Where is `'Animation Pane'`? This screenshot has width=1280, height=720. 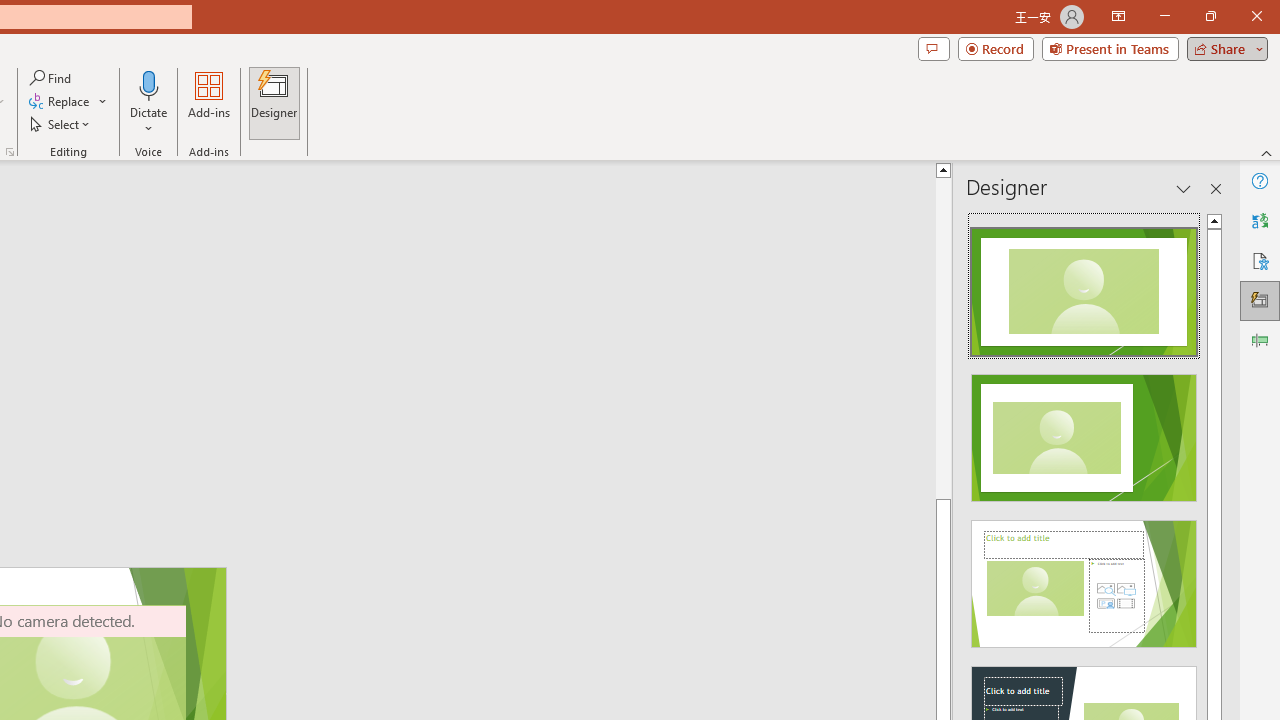
'Animation Pane' is located at coordinates (1259, 339).